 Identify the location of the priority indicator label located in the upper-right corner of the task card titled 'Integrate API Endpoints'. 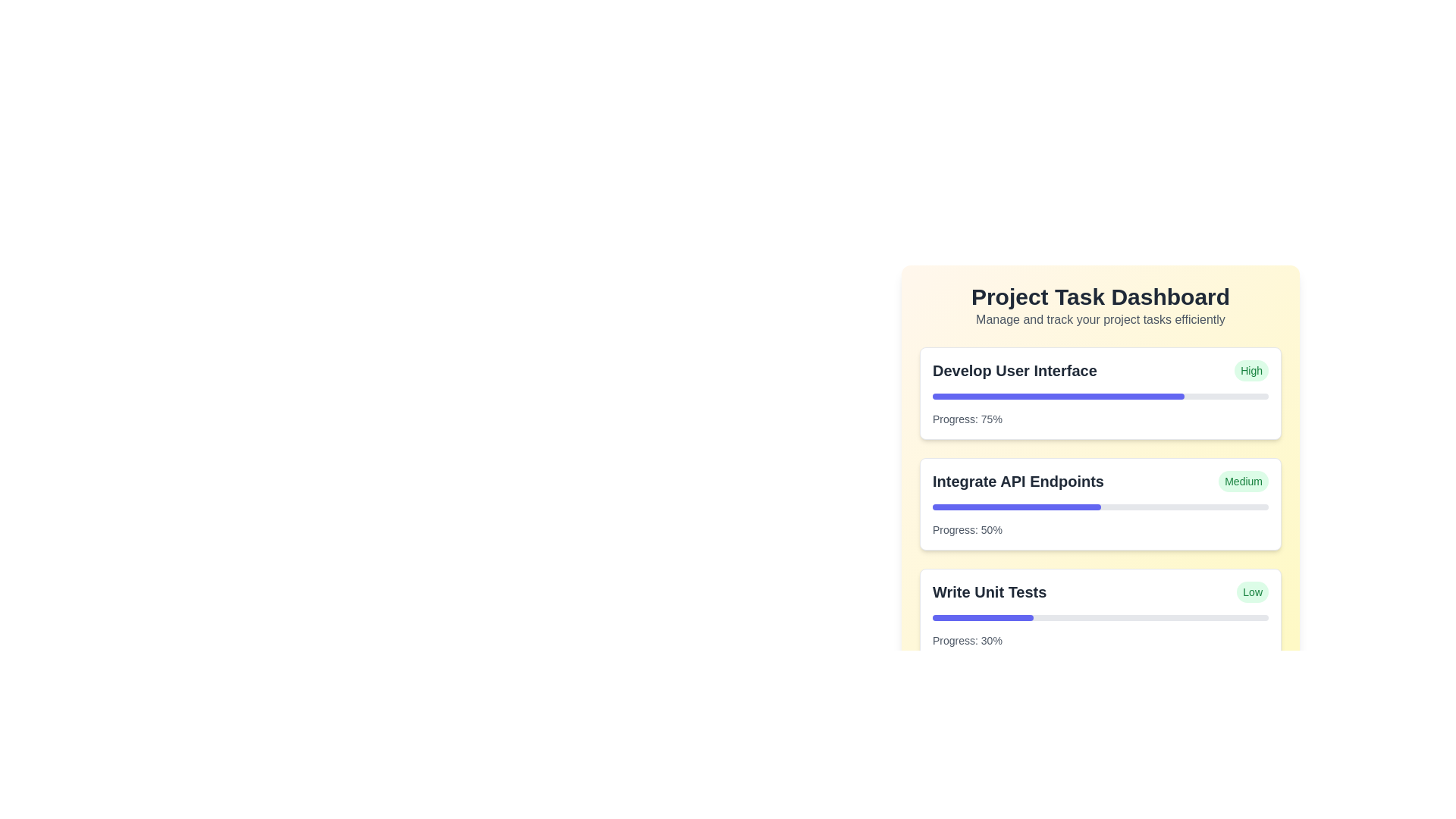
(1244, 482).